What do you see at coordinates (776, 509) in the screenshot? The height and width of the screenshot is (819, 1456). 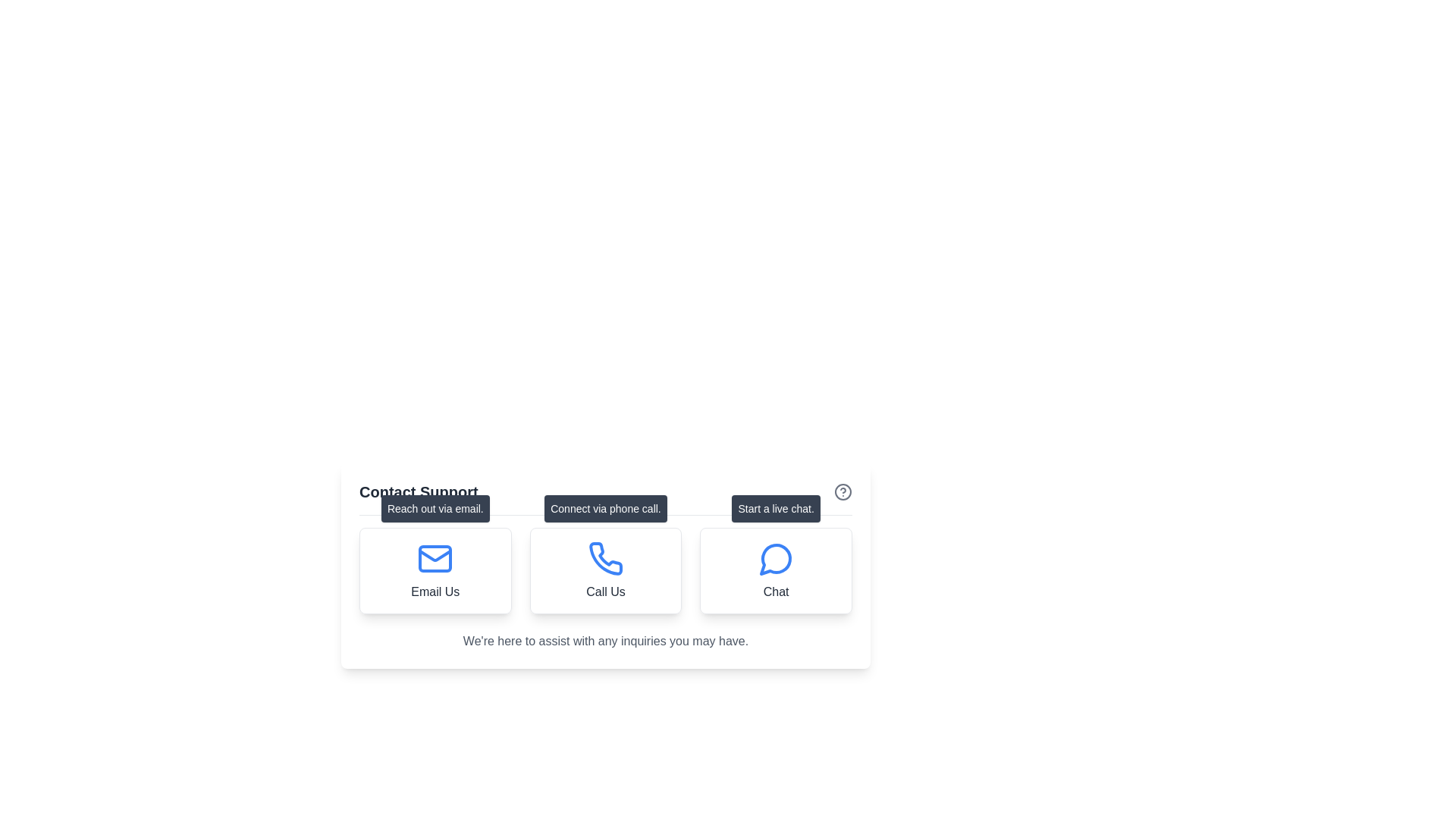 I see `the 'Chat' button` at bounding box center [776, 509].